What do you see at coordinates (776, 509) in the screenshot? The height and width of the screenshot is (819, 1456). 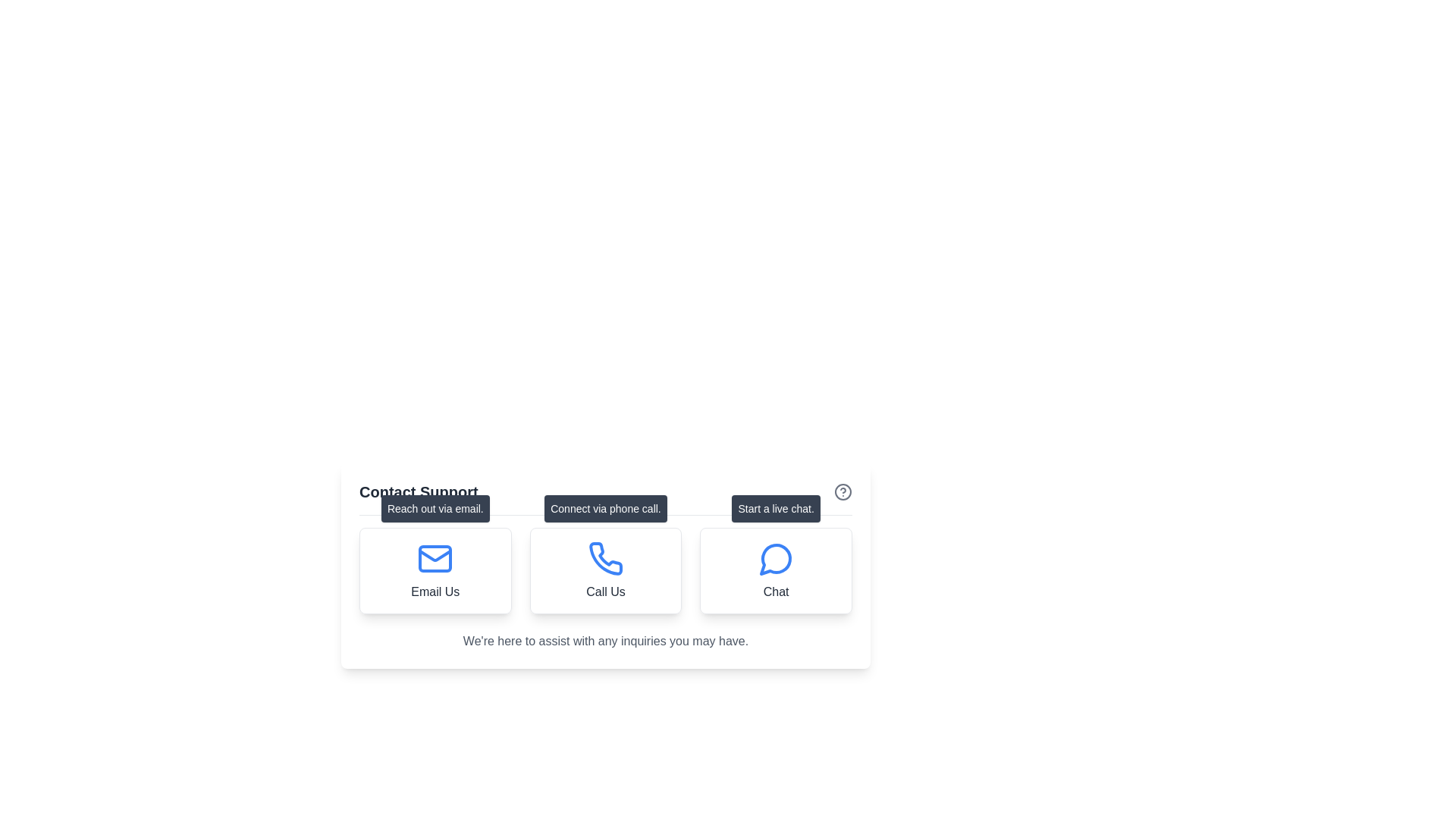 I see `the 'Chat' button` at bounding box center [776, 509].